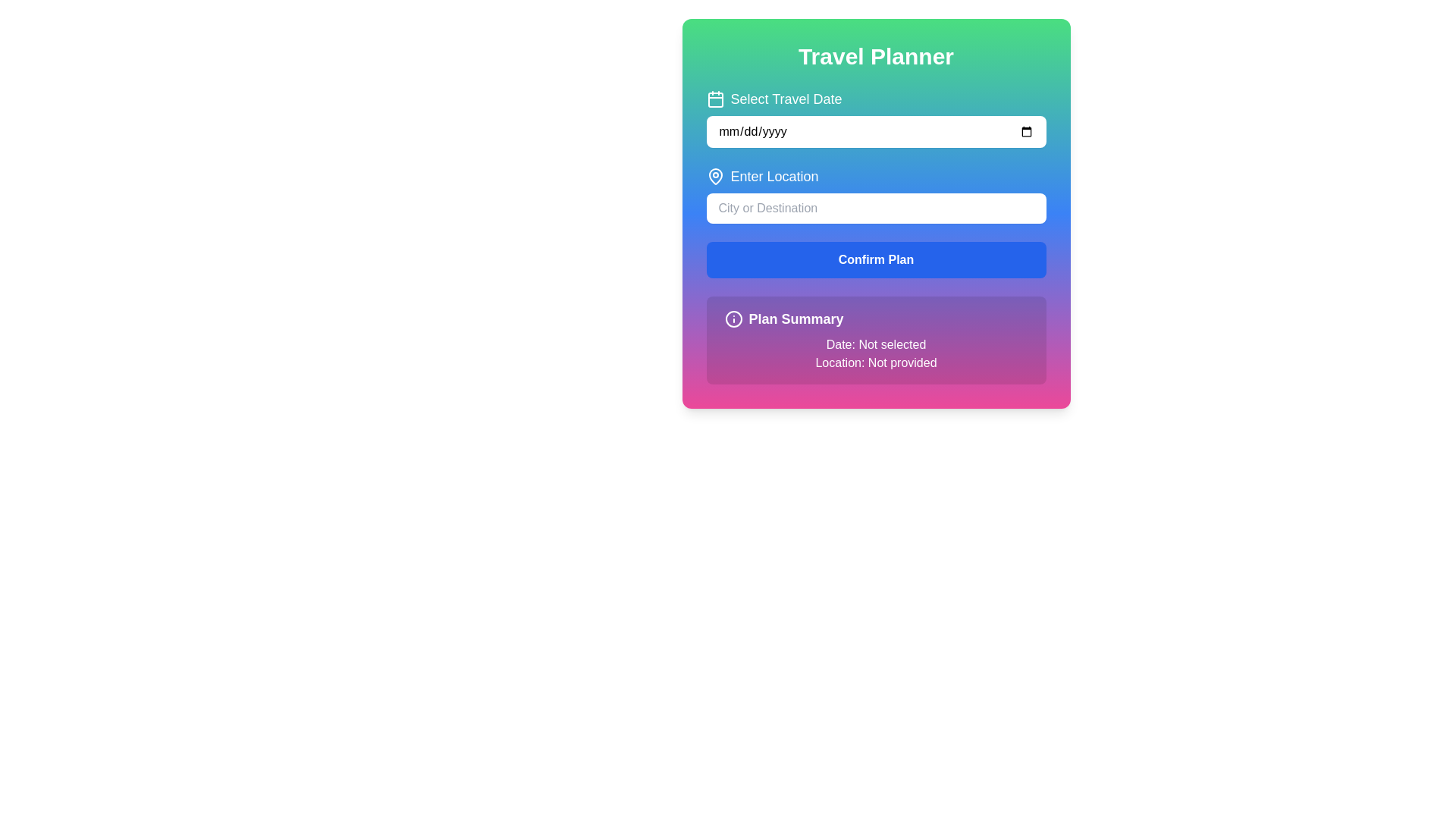 The height and width of the screenshot is (819, 1456). Describe the element at coordinates (733, 318) in the screenshot. I see `the information icon, which is a white circle with an 'i' in the center, located to the left of the 'Plan Summary' heading` at that location.